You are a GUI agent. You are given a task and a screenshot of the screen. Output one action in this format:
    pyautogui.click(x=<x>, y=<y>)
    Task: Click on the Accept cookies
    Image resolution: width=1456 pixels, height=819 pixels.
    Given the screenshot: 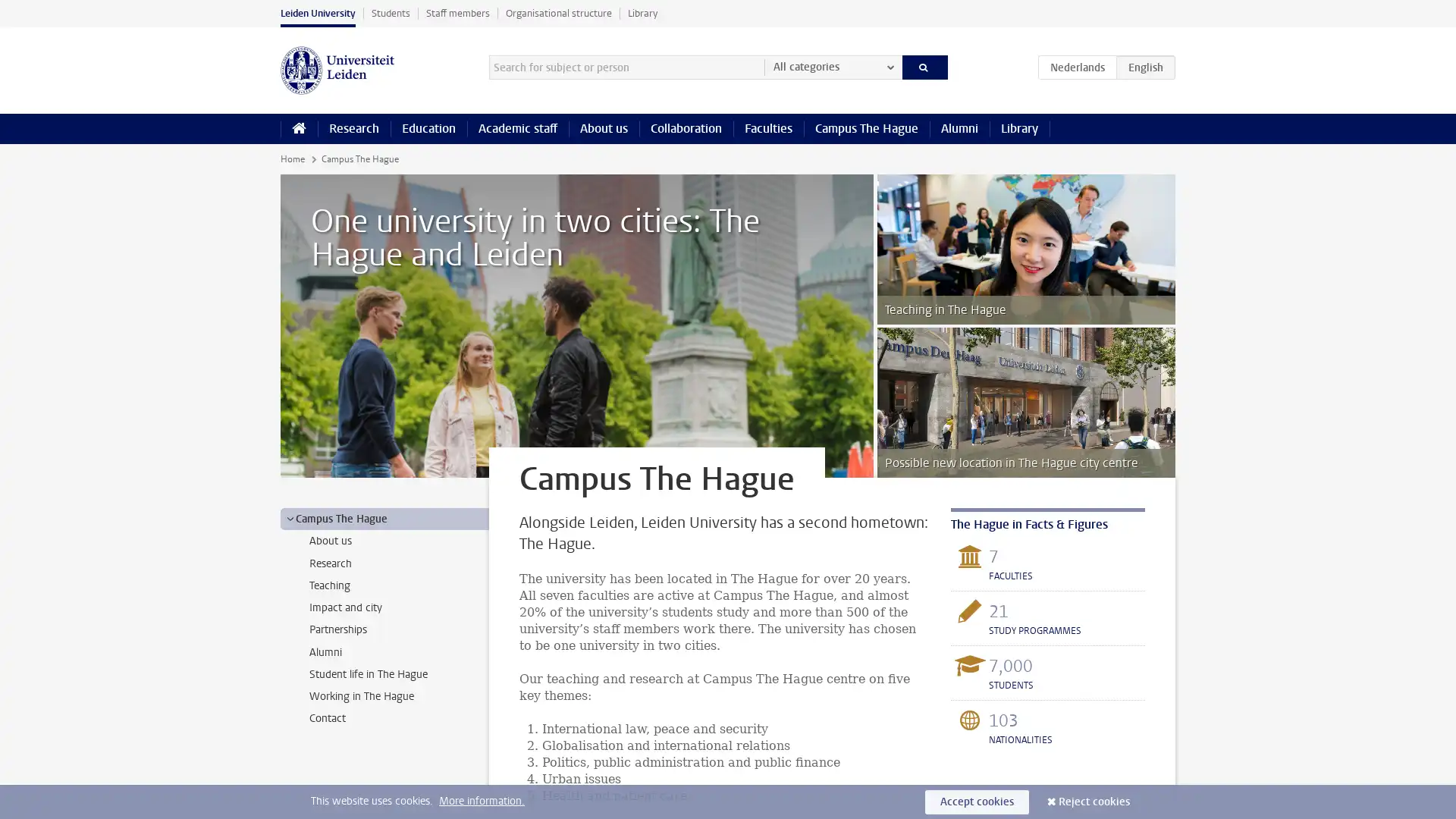 What is the action you would take?
    pyautogui.click(x=977, y=801)
    